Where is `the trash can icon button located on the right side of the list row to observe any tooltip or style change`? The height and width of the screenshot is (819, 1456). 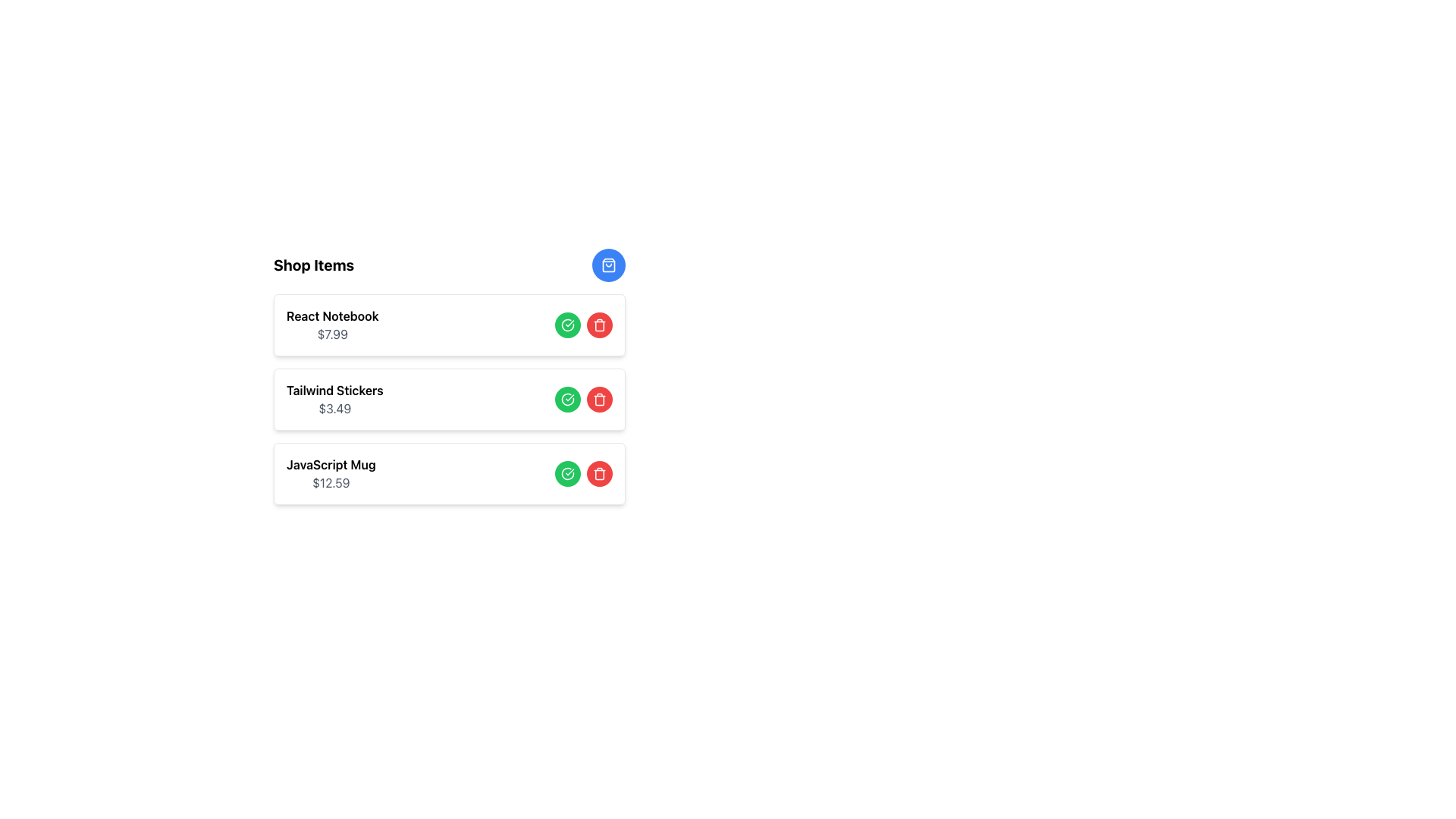 the trash can icon button located on the right side of the list row to observe any tooltip or style change is located at coordinates (599, 324).